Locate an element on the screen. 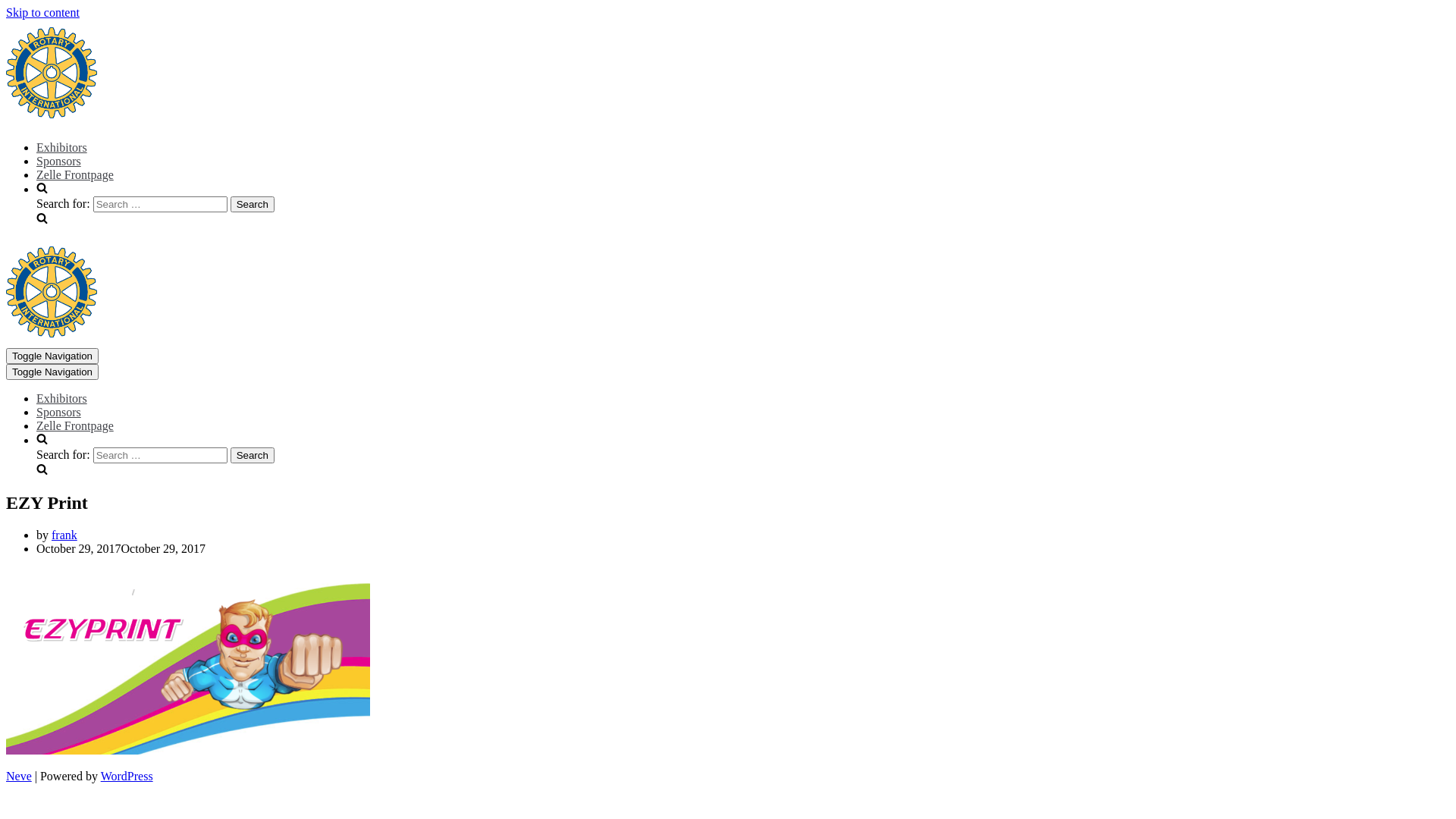 Image resolution: width=1456 pixels, height=819 pixels. 'Search' is located at coordinates (252, 203).